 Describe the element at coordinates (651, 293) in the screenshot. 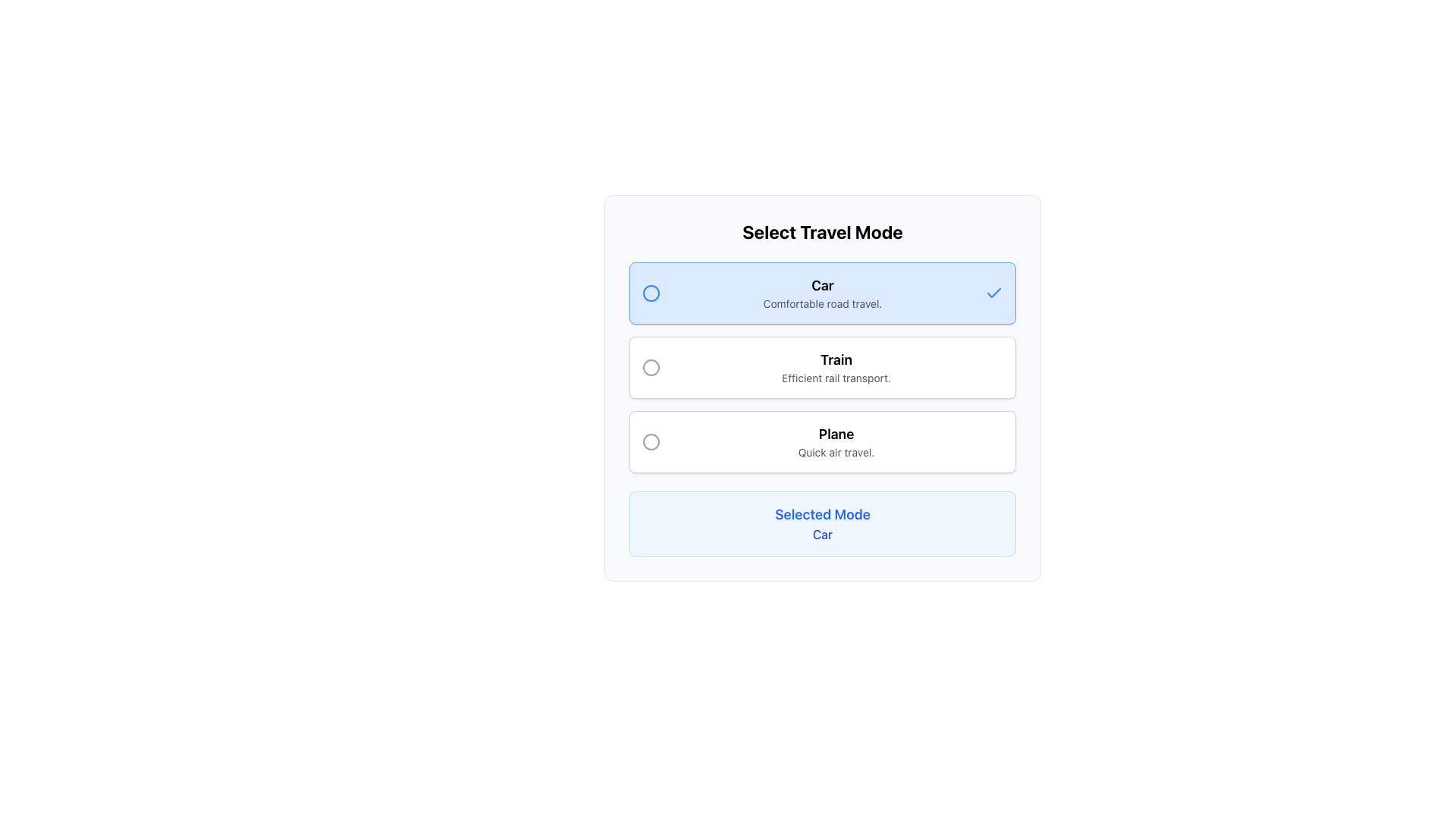

I see `the state of the SVG Circle representing the active state of the 'Car' option in the travel mode selection interface` at that location.